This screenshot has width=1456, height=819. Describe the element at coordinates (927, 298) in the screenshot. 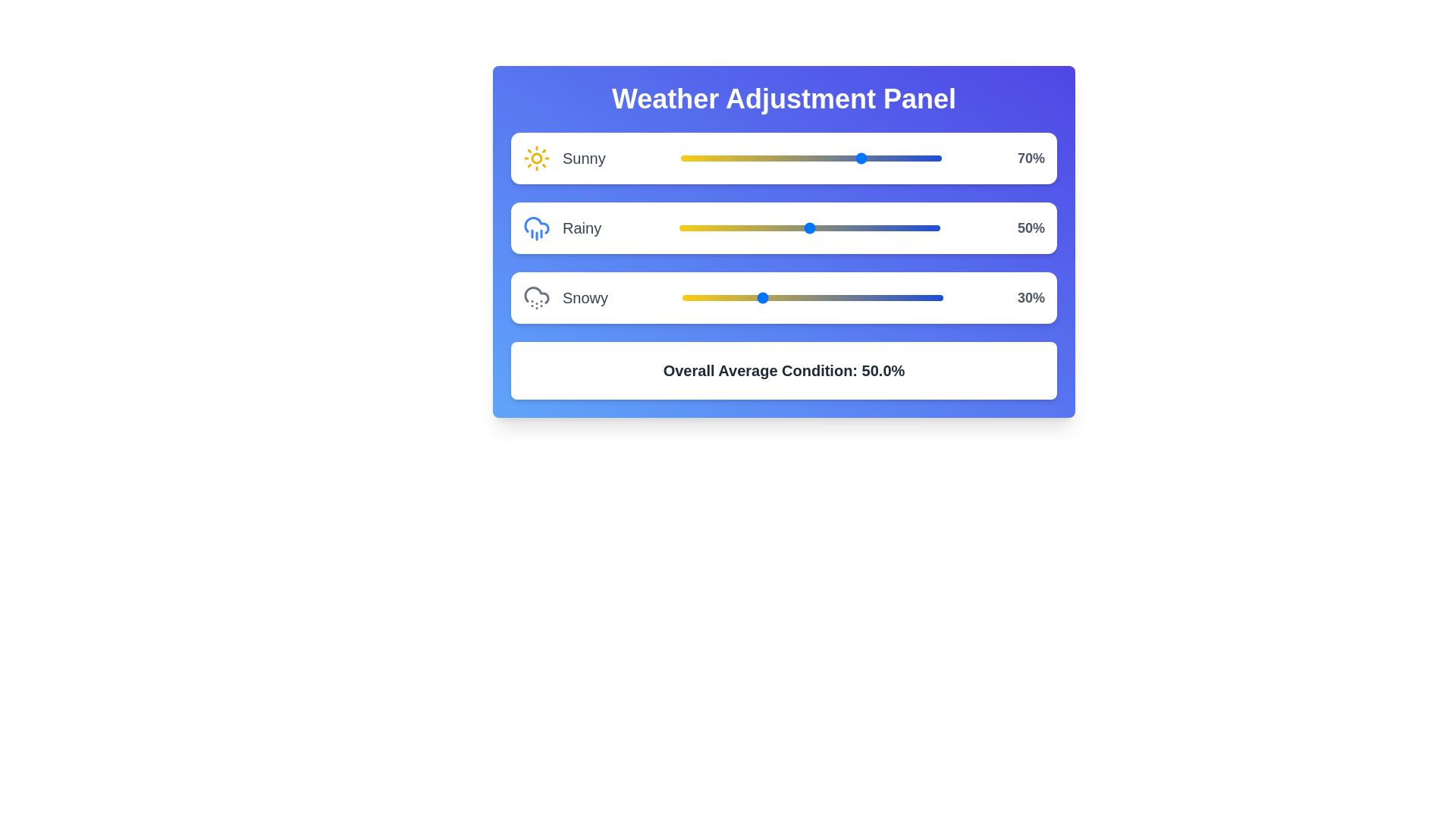

I see `the snowy condition percentage` at that location.